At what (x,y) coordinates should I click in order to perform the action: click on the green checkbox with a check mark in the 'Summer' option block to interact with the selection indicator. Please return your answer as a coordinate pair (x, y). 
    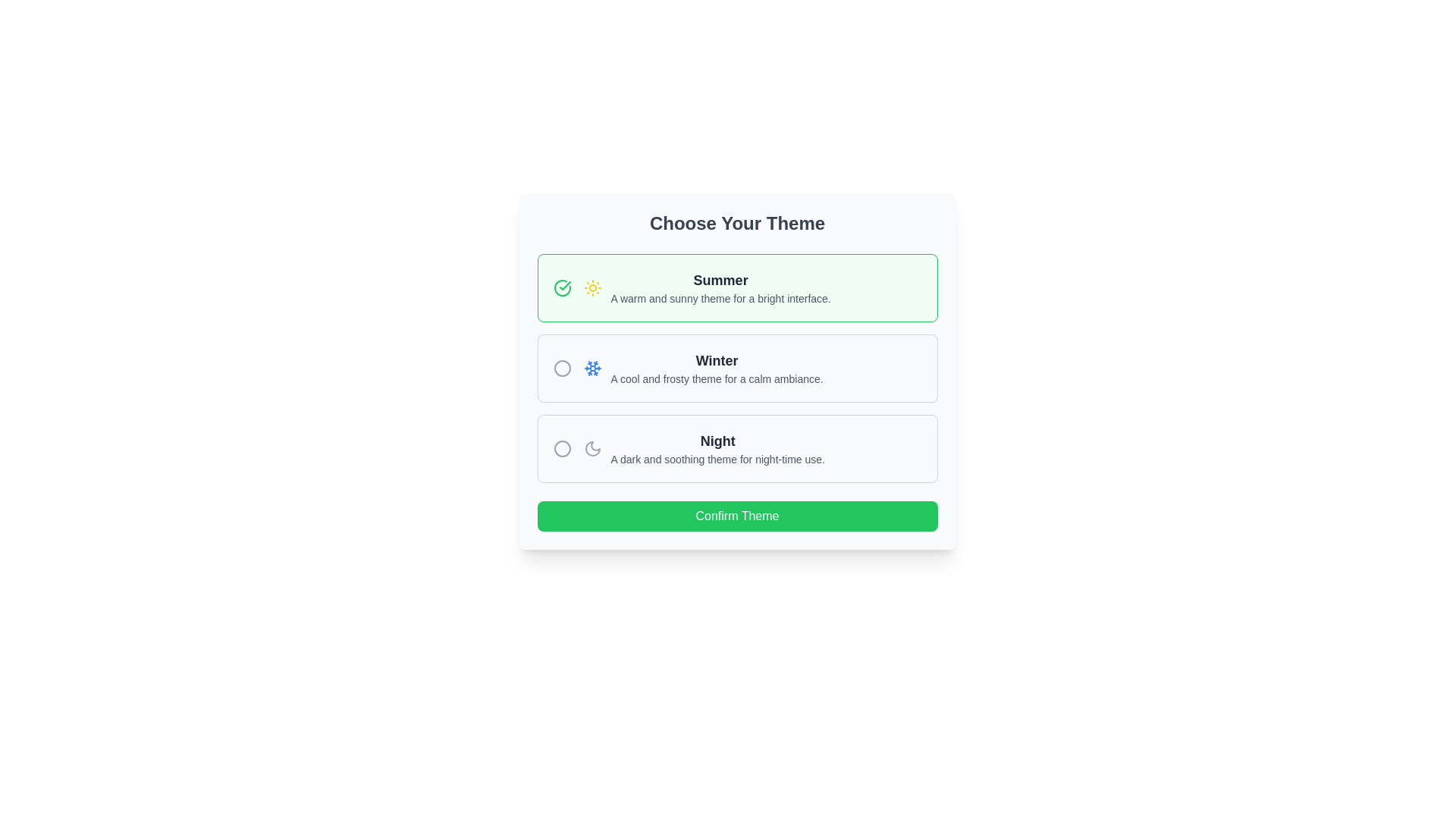
    Looking at the image, I should click on (561, 288).